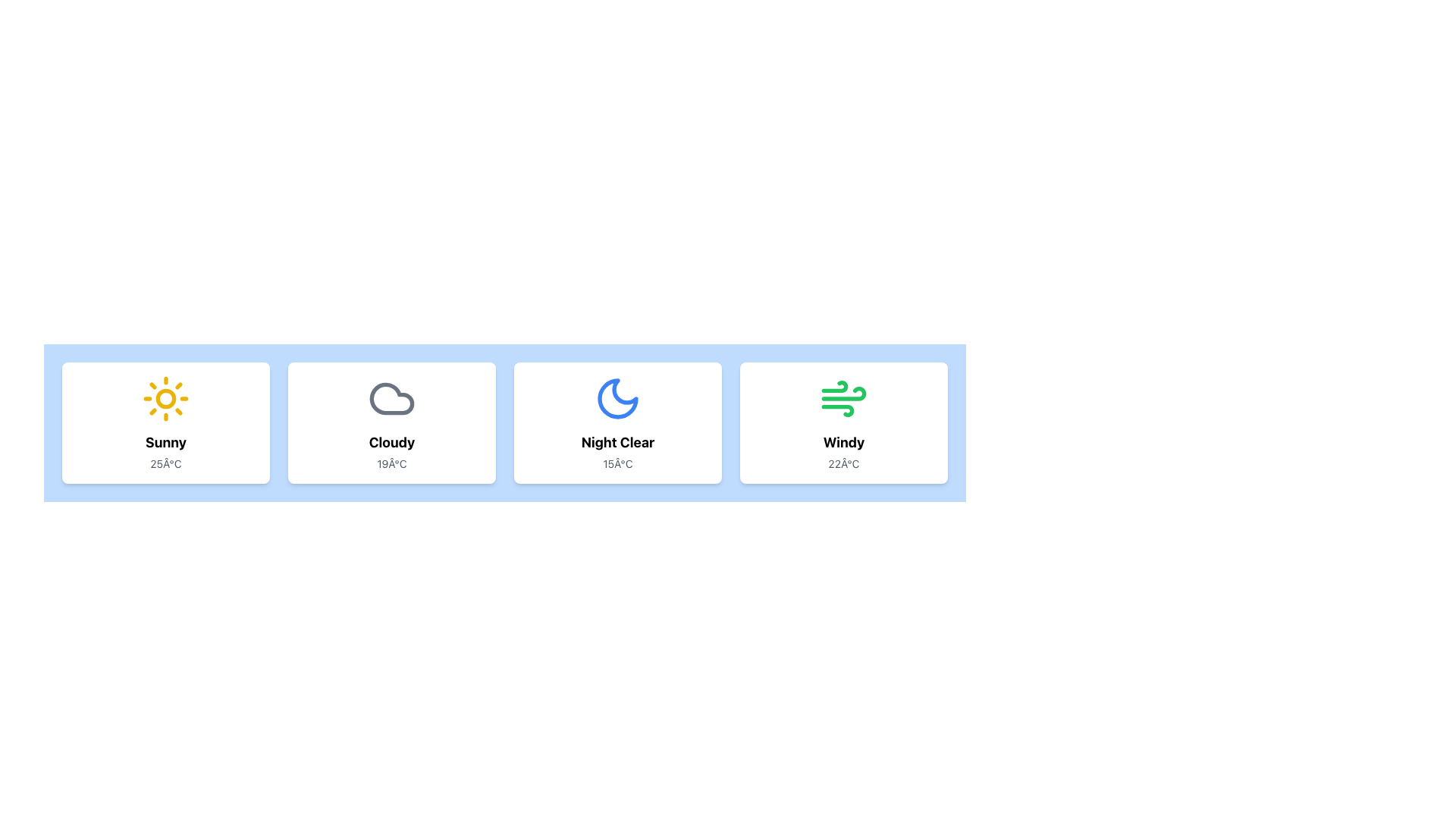  What do you see at coordinates (392, 397) in the screenshot?
I see `the 'Cloudy' weather icon located in the second card, which visually represents the weather condition with a title and subtitle` at bounding box center [392, 397].